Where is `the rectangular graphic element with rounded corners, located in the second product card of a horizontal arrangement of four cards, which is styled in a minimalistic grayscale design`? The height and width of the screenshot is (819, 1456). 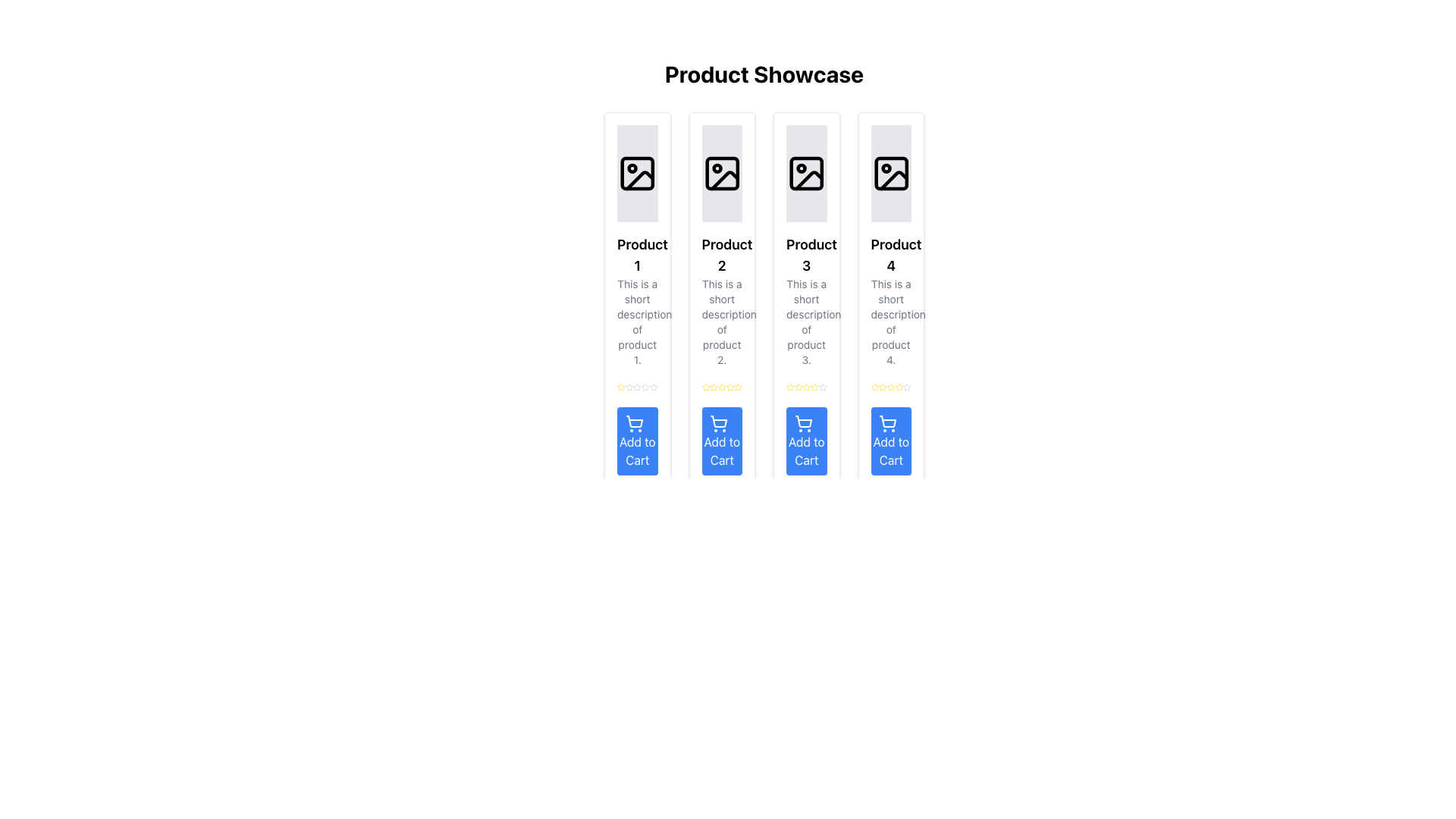 the rectangular graphic element with rounded corners, located in the second product card of a horizontal arrangement of four cards, which is styled in a minimalistic grayscale design is located at coordinates (721, 172).